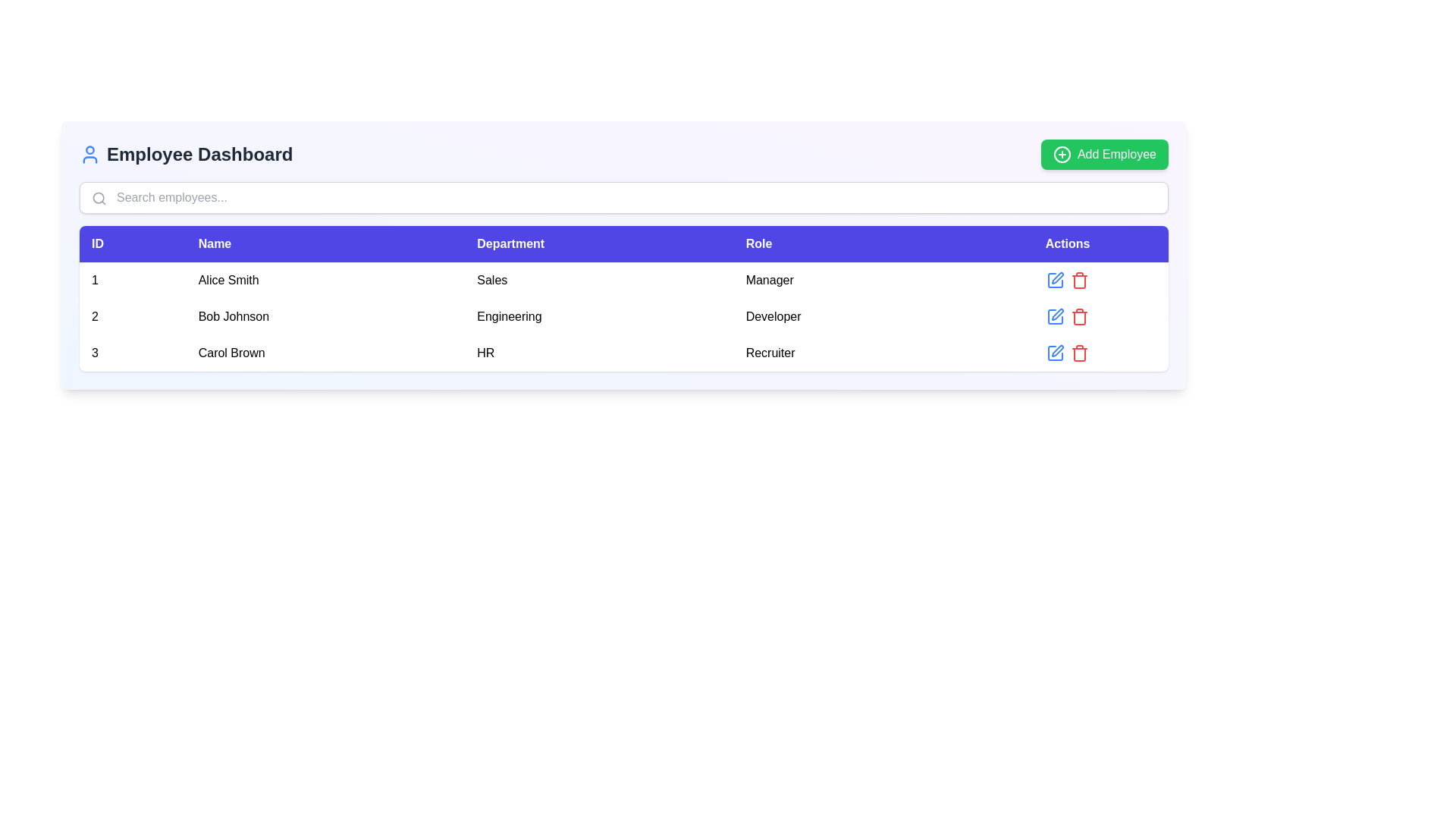 The height and width of the screenshot is (819, 1456). Describe the element at coordinates (1057, 314) in the screenshot. I see `the edit/pencil icon located in the third row of the table under the 'Actions' column to initiate the edit action` at that location.